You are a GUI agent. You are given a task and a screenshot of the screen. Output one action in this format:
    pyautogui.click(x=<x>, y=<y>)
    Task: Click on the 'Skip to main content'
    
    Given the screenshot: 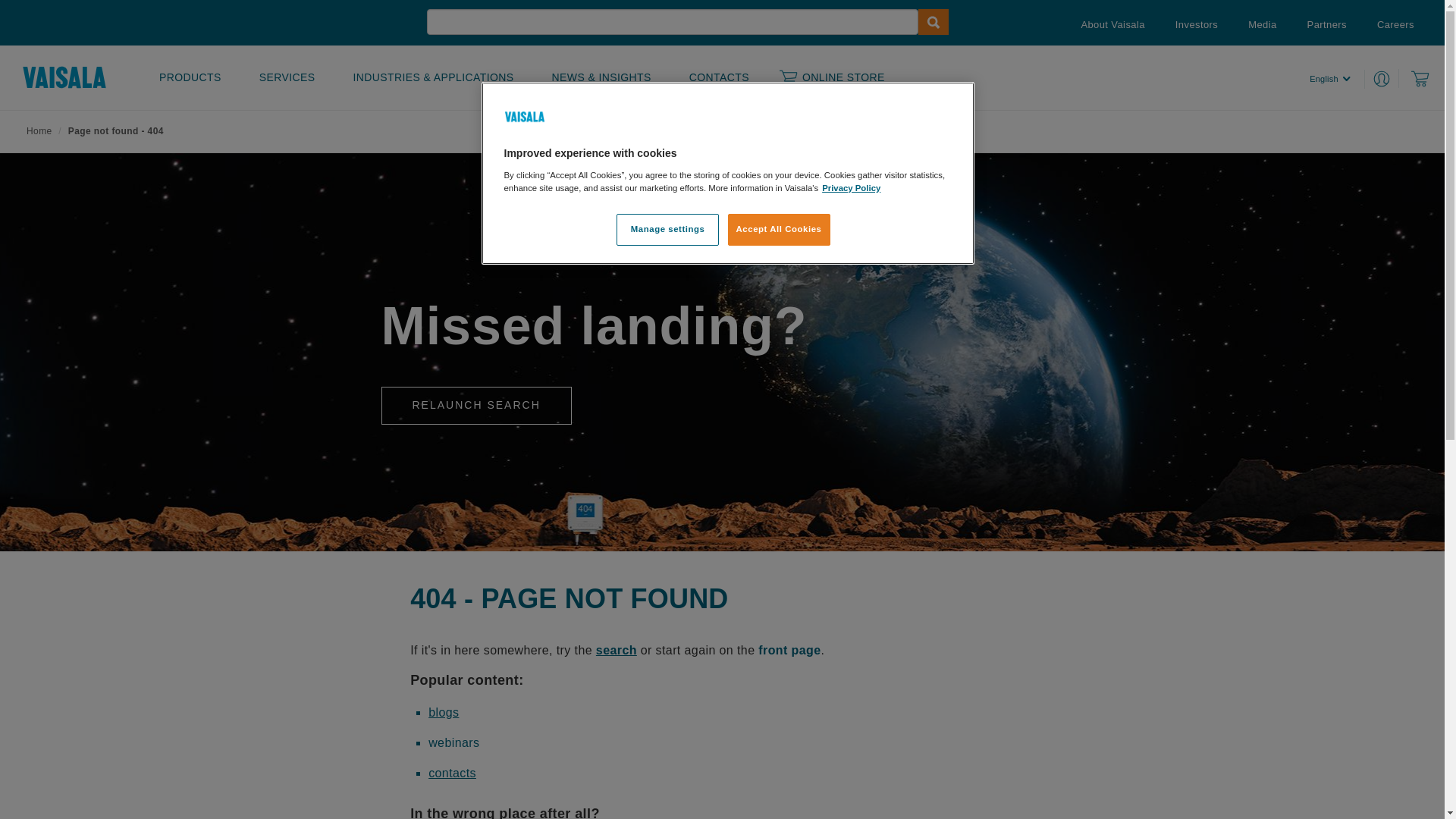 What is the action you would take?
    pyautogui.click(x=0, y=0)
    